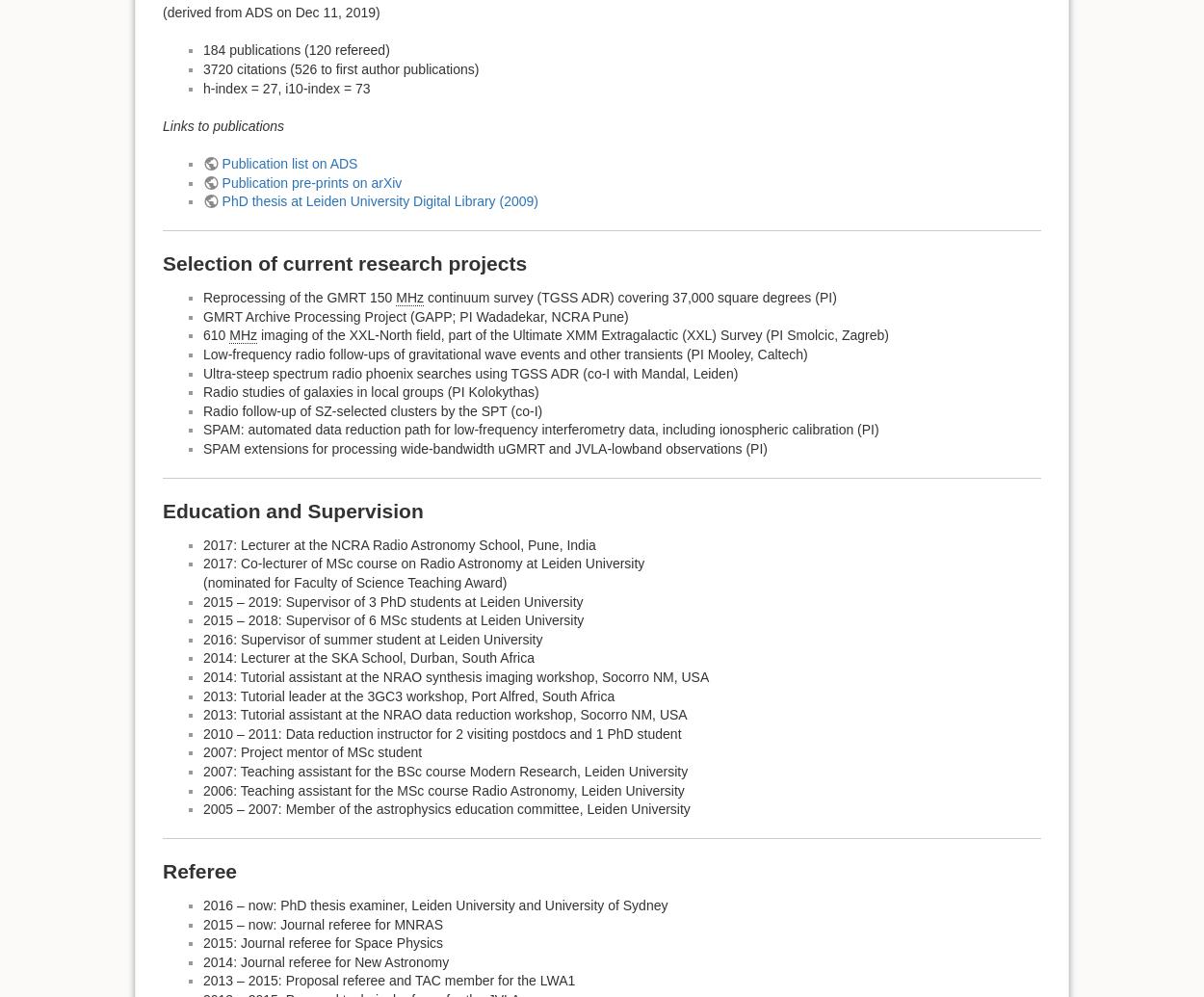 Image resolution: width=1204 pixels, height=997 pixels. What do you see at coordinates (202, 751) in the screenshot?
I see `'2007: Project mentor of MSc student'` at bounding box center [202, 751].